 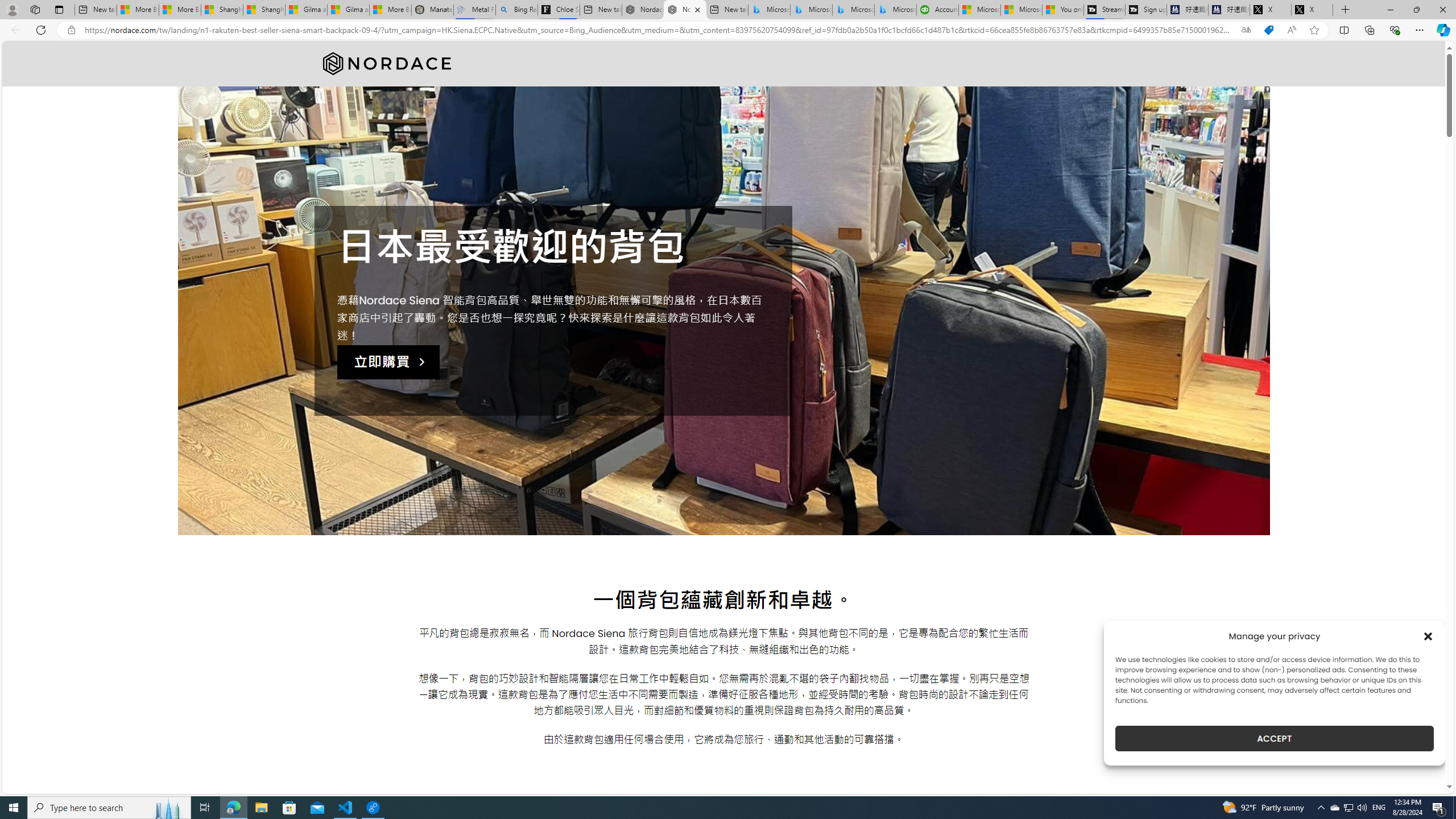 What do you see at coordinates (1389, 9) in the screenshot?
I see `'Minimize'` at bounding box center [1389, 9].